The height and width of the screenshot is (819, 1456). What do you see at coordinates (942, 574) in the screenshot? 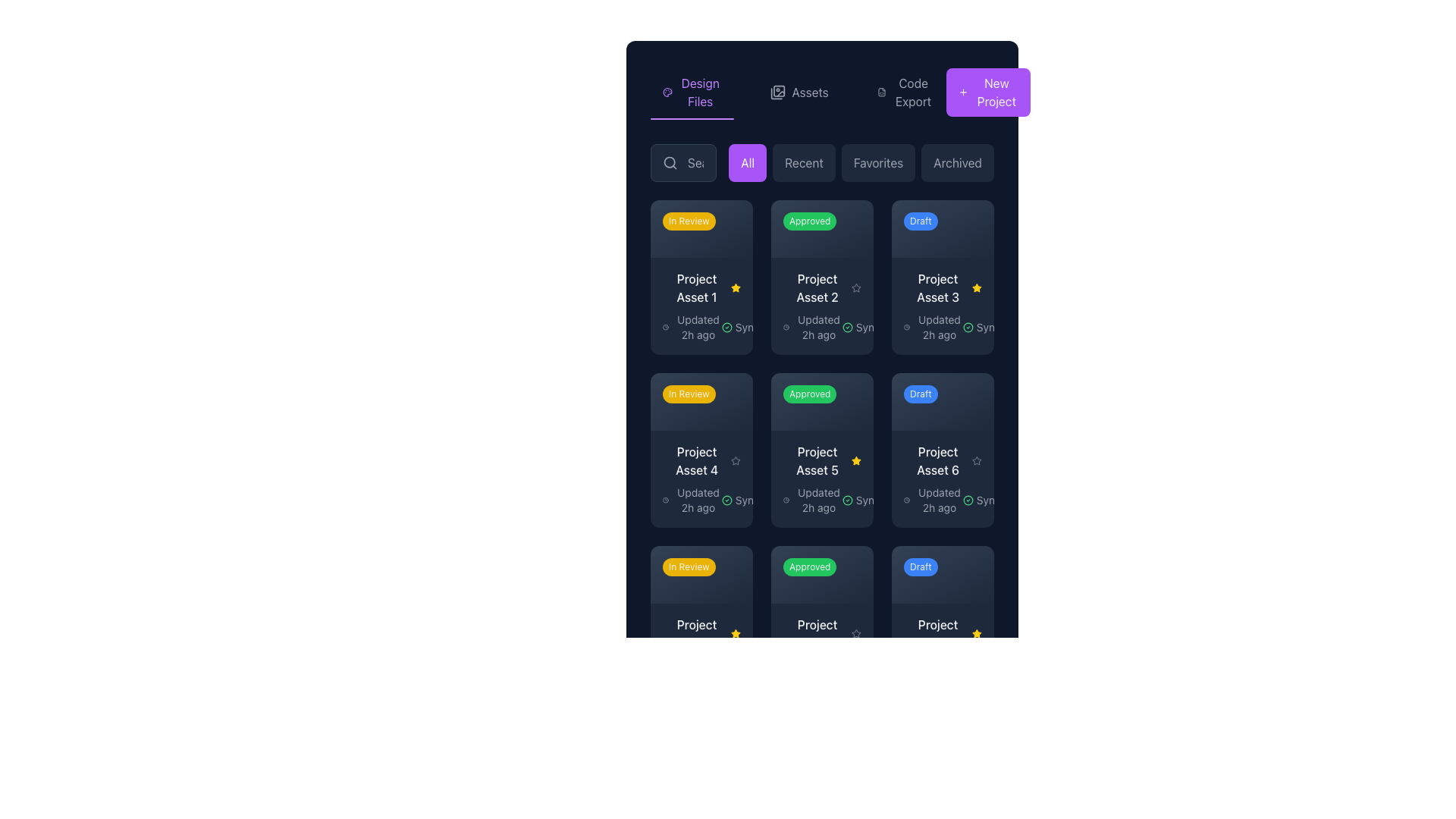
I see `the status indicator labeled 'Draft' located within the card titled 'Project Asset 9', positioned in the lower half of the grid layout` at bounding box center [942, 574].